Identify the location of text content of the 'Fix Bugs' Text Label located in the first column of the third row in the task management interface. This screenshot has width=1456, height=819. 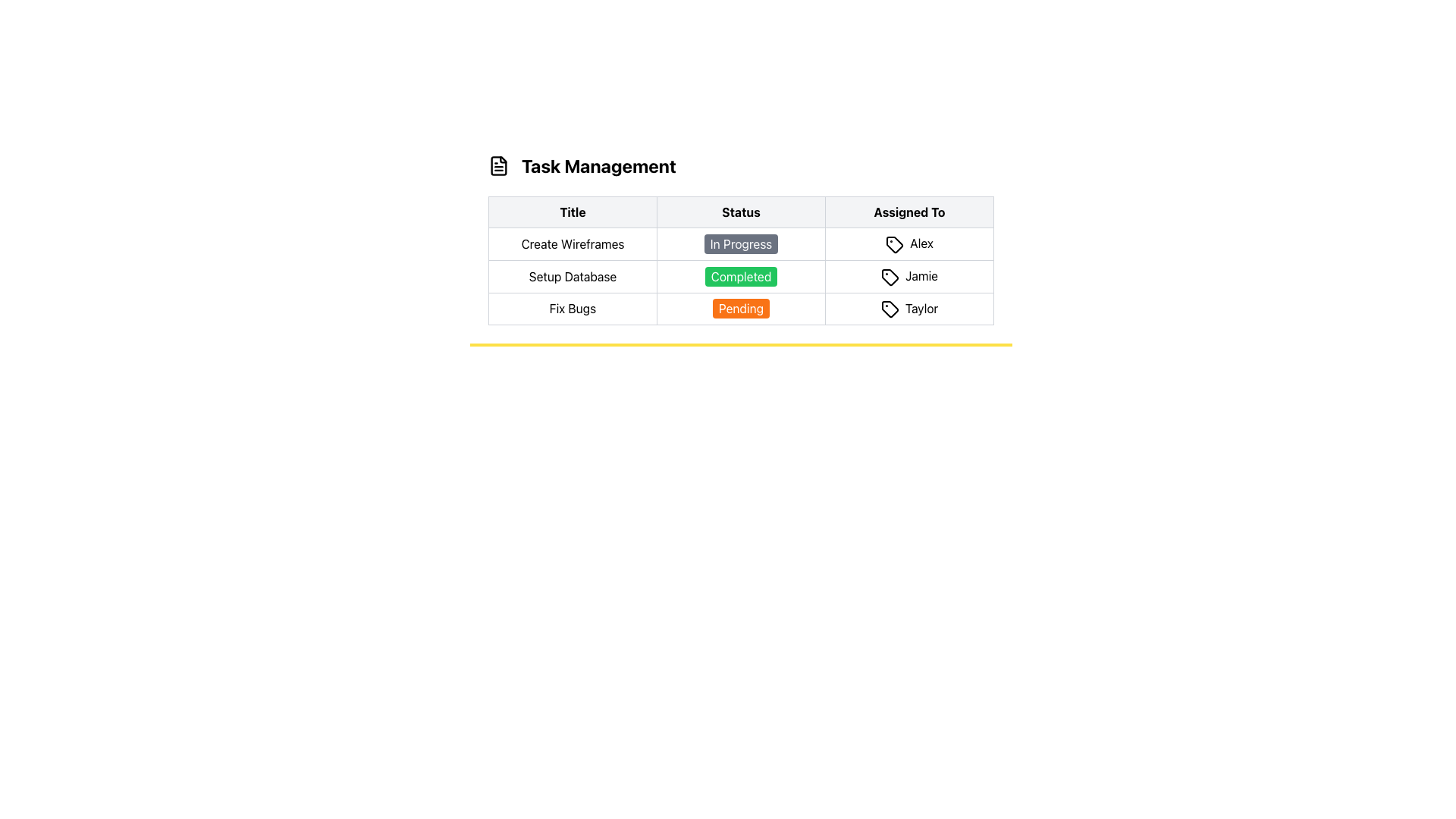
(572, 308).